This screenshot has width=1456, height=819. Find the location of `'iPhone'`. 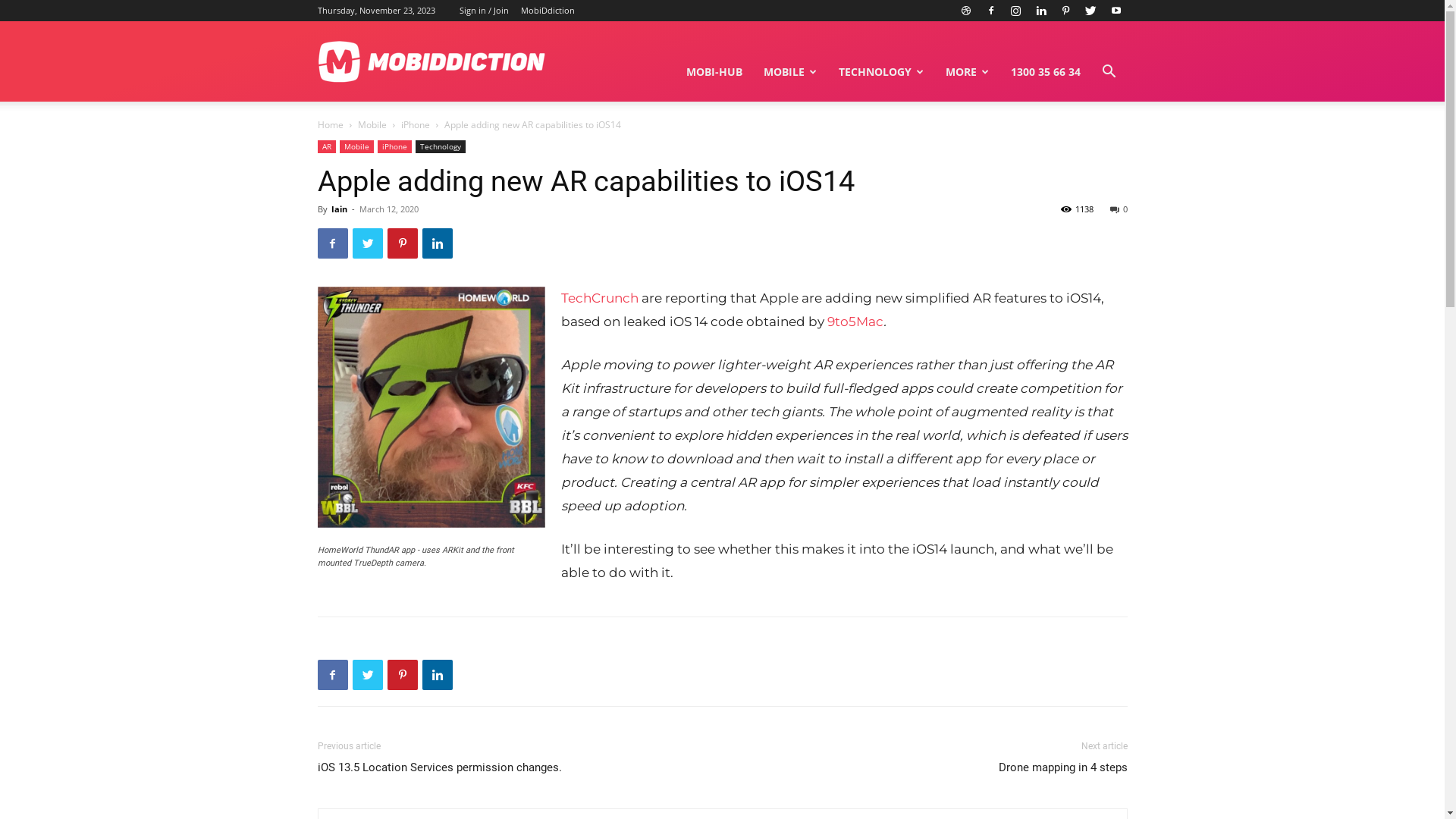

'iPhone' is located at coordinates (415, 124).